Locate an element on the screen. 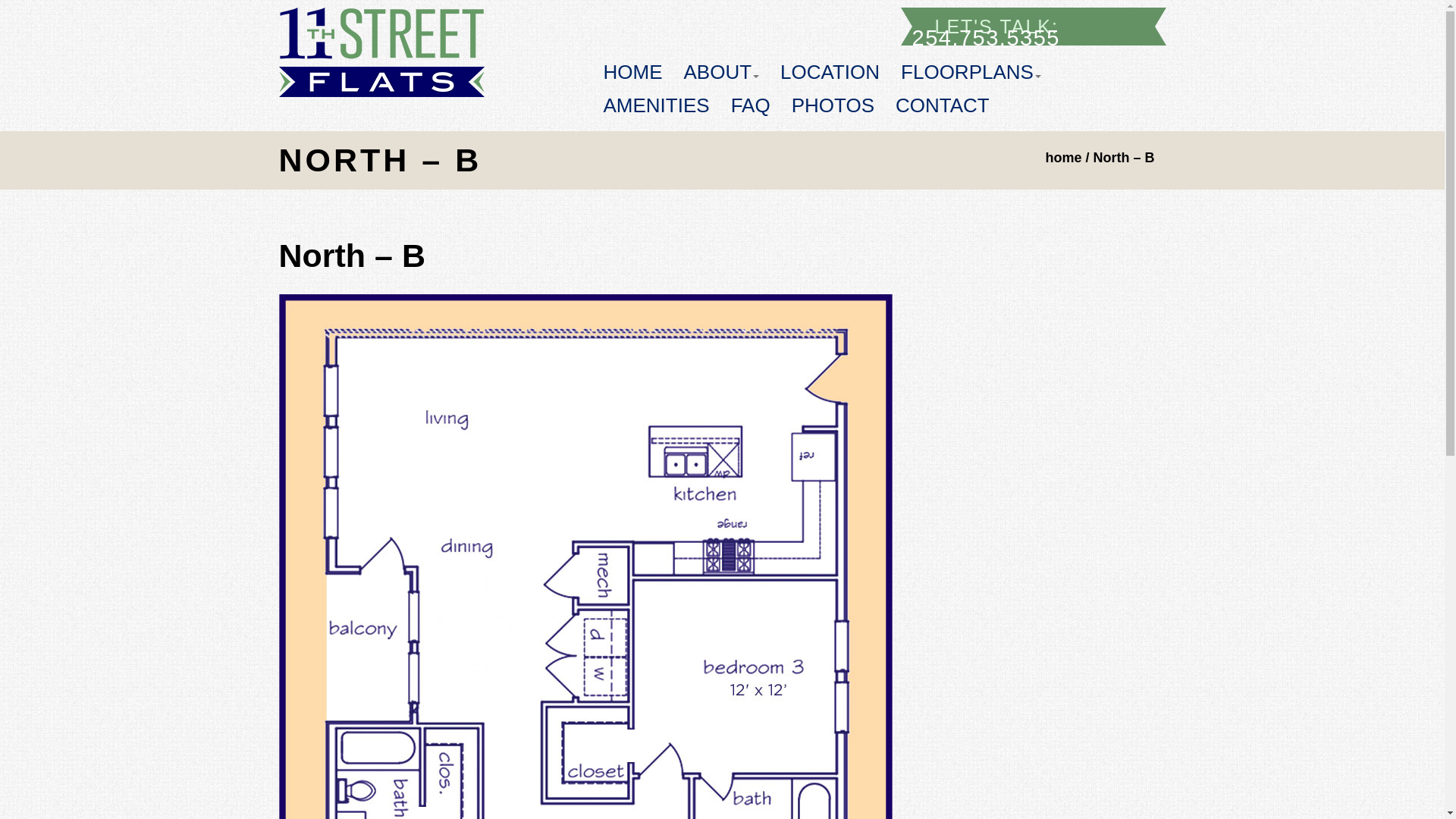 This screenshot has height=819, width=1456. 'LOCATION' is located at coordinates (829, 72).